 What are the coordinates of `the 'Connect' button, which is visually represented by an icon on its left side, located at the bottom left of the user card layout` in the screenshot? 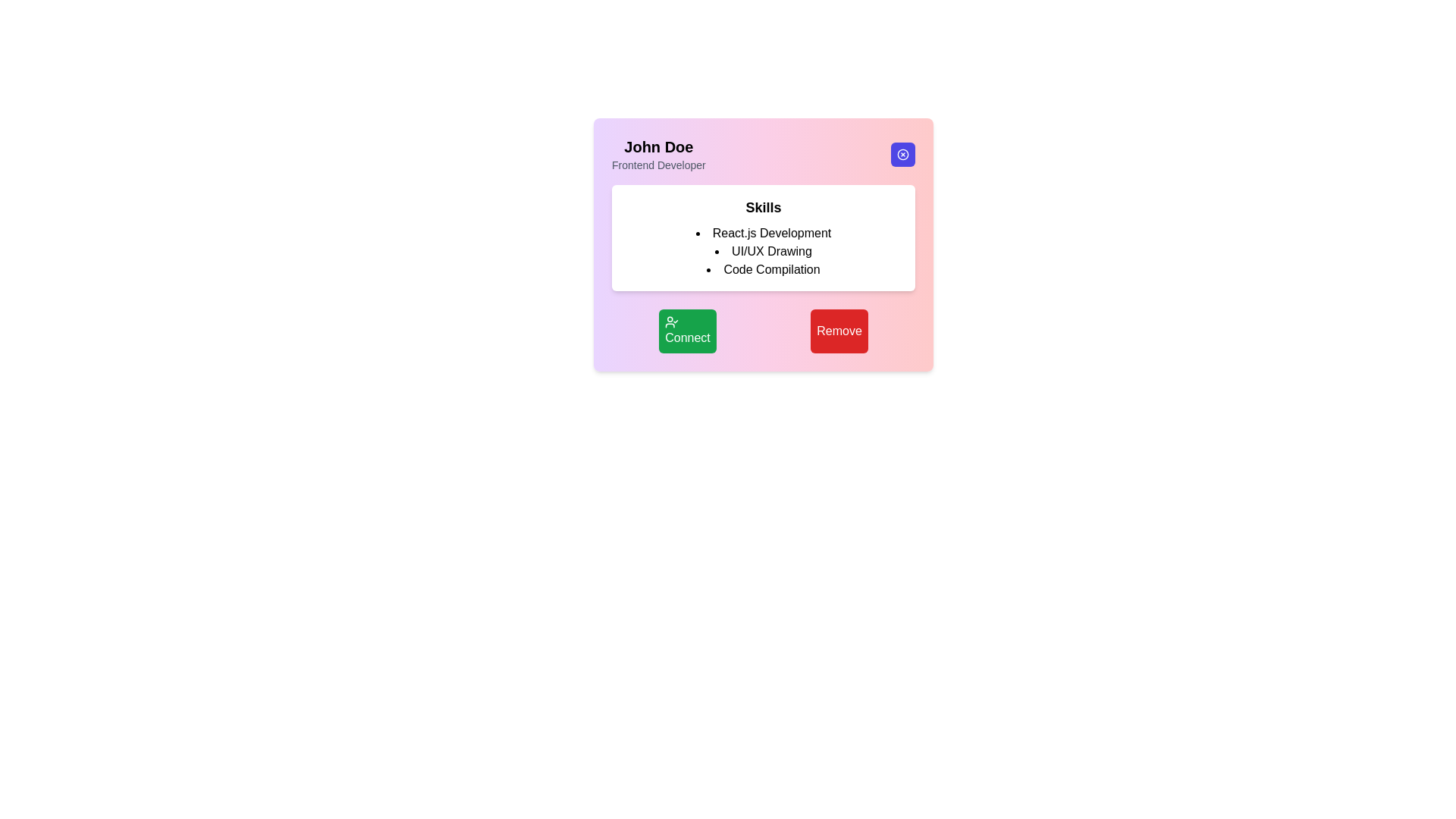 It's located at (671, 321).